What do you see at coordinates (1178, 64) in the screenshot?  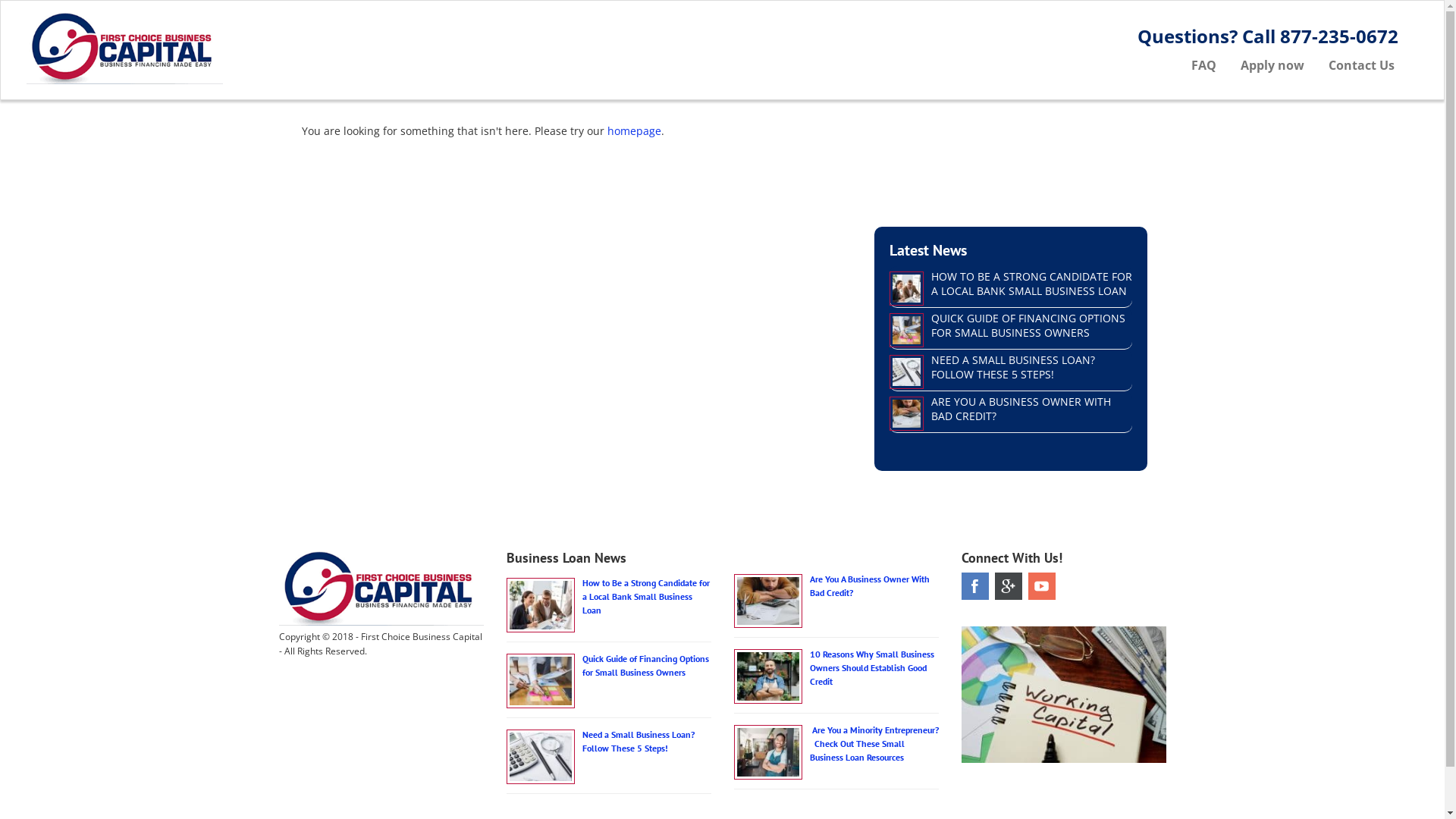 I see `'FAQ'` at bounding box center [1178, 64].